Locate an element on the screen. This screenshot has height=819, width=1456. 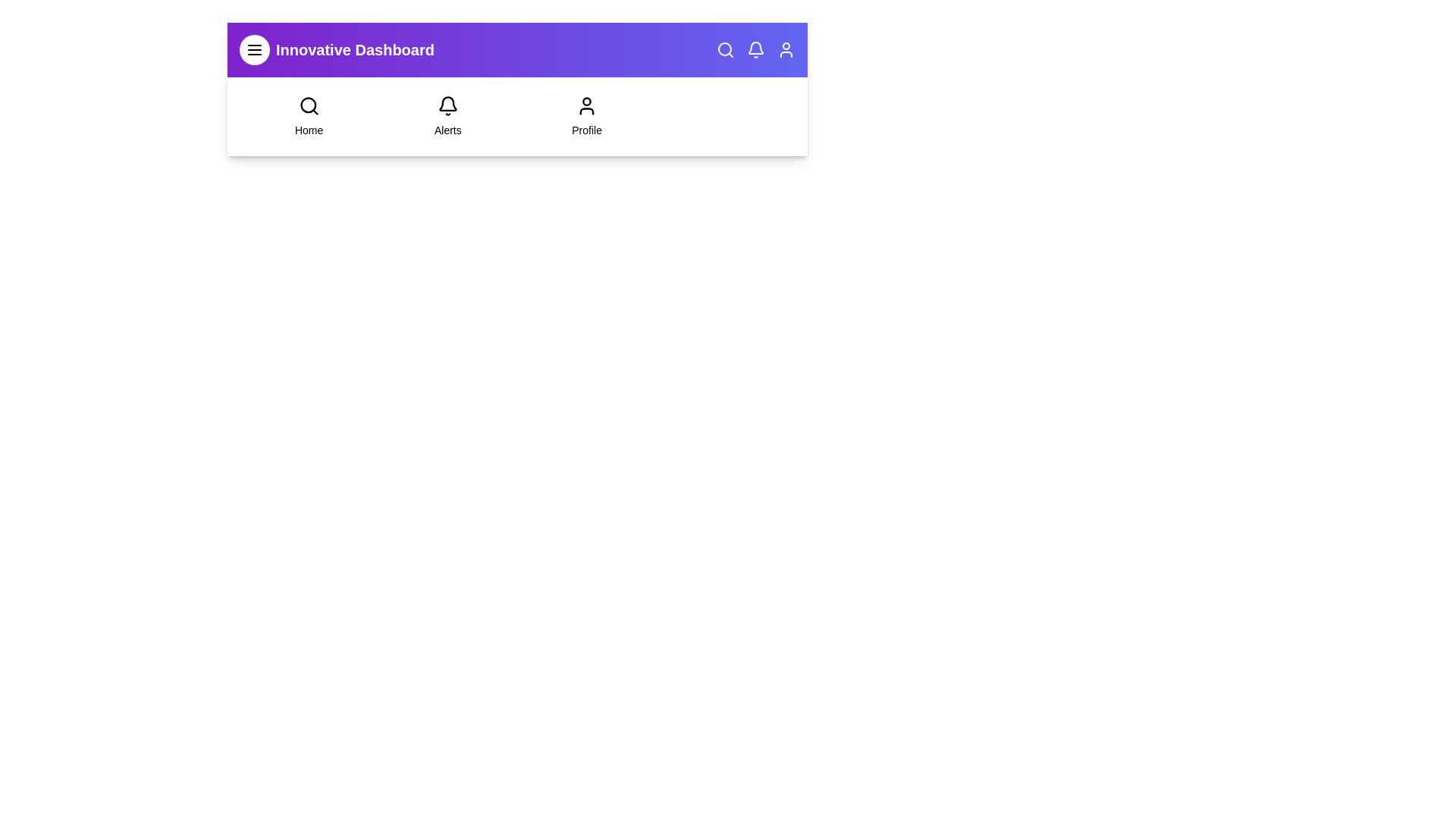
the 'Home' icon to navigate to the home page is located at coordinates (308, 105).